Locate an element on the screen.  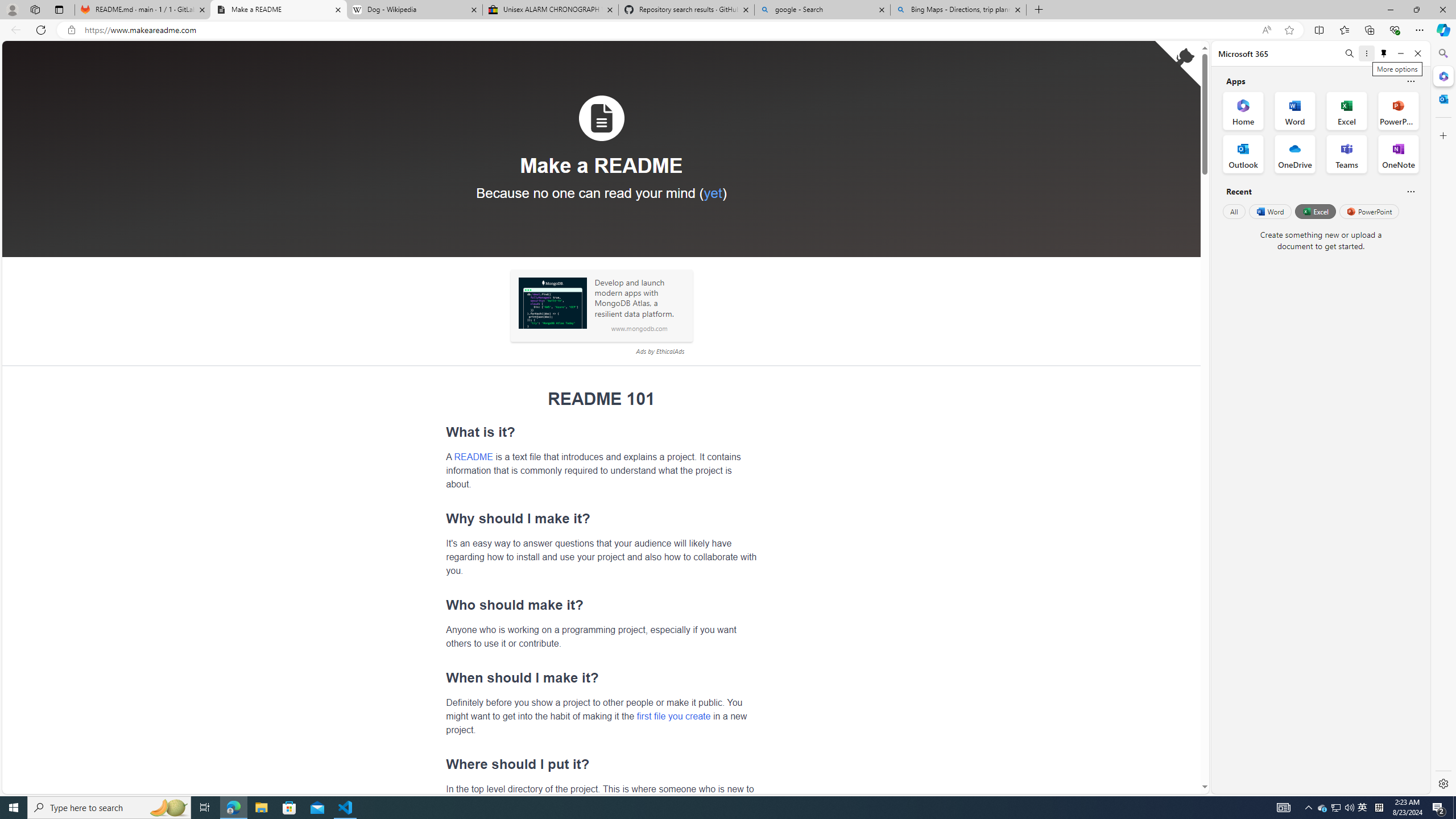
'All' is located at coordinates (1233, 211).